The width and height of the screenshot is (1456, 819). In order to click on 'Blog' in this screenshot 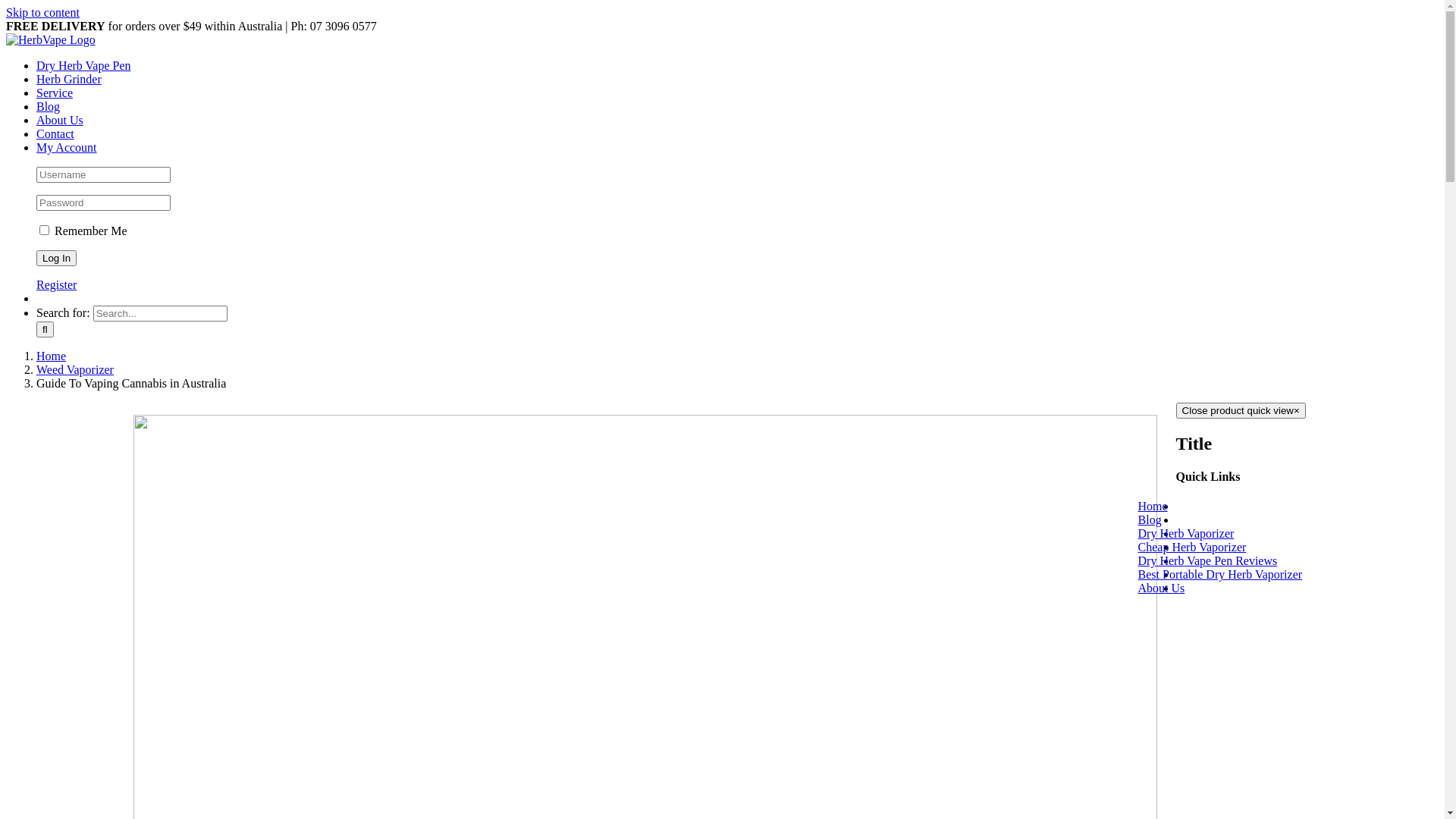, I will do `click(36, 105)`.